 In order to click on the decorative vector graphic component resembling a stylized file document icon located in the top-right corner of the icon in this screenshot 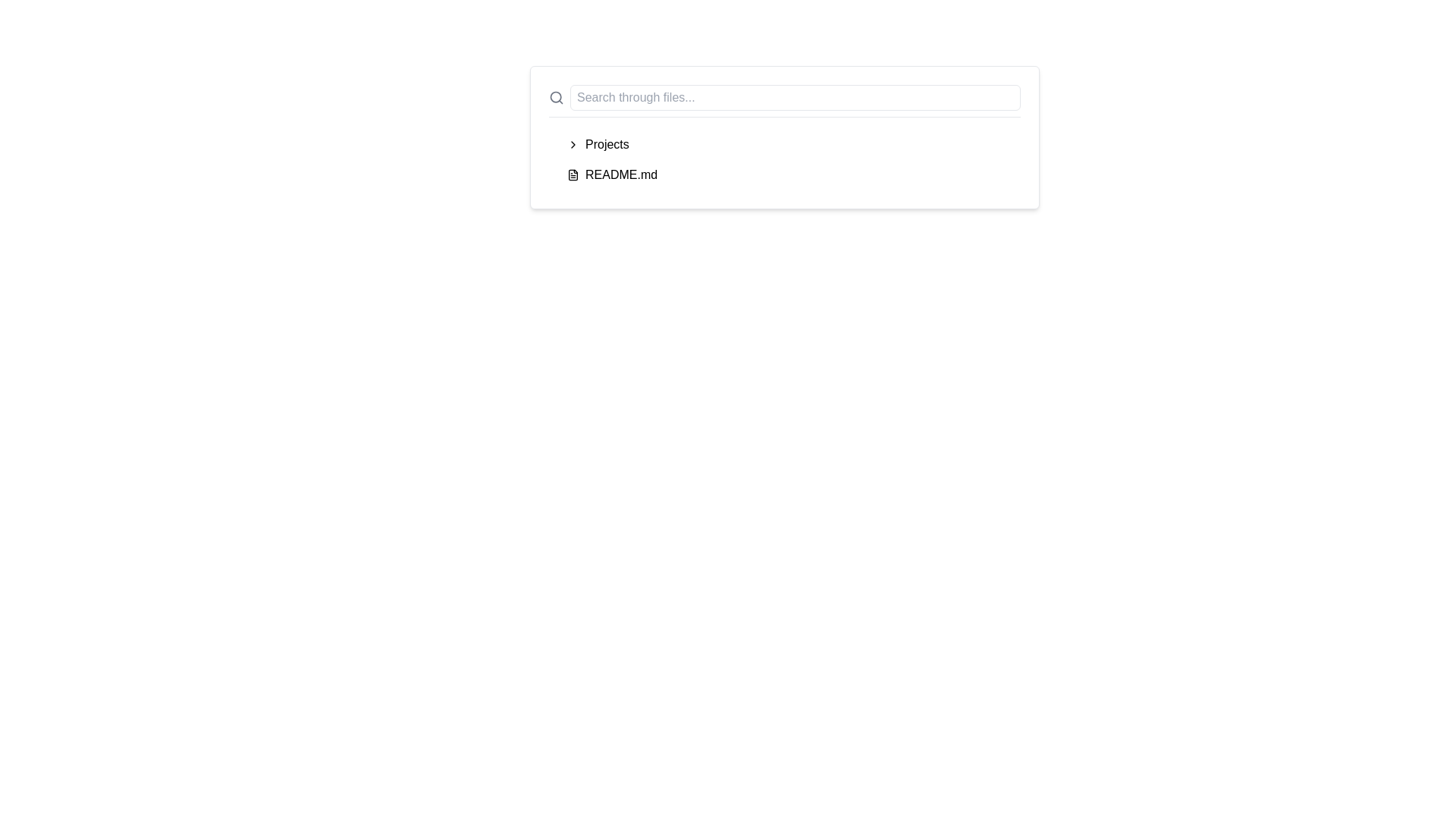, I will do `click(572, 174)`.